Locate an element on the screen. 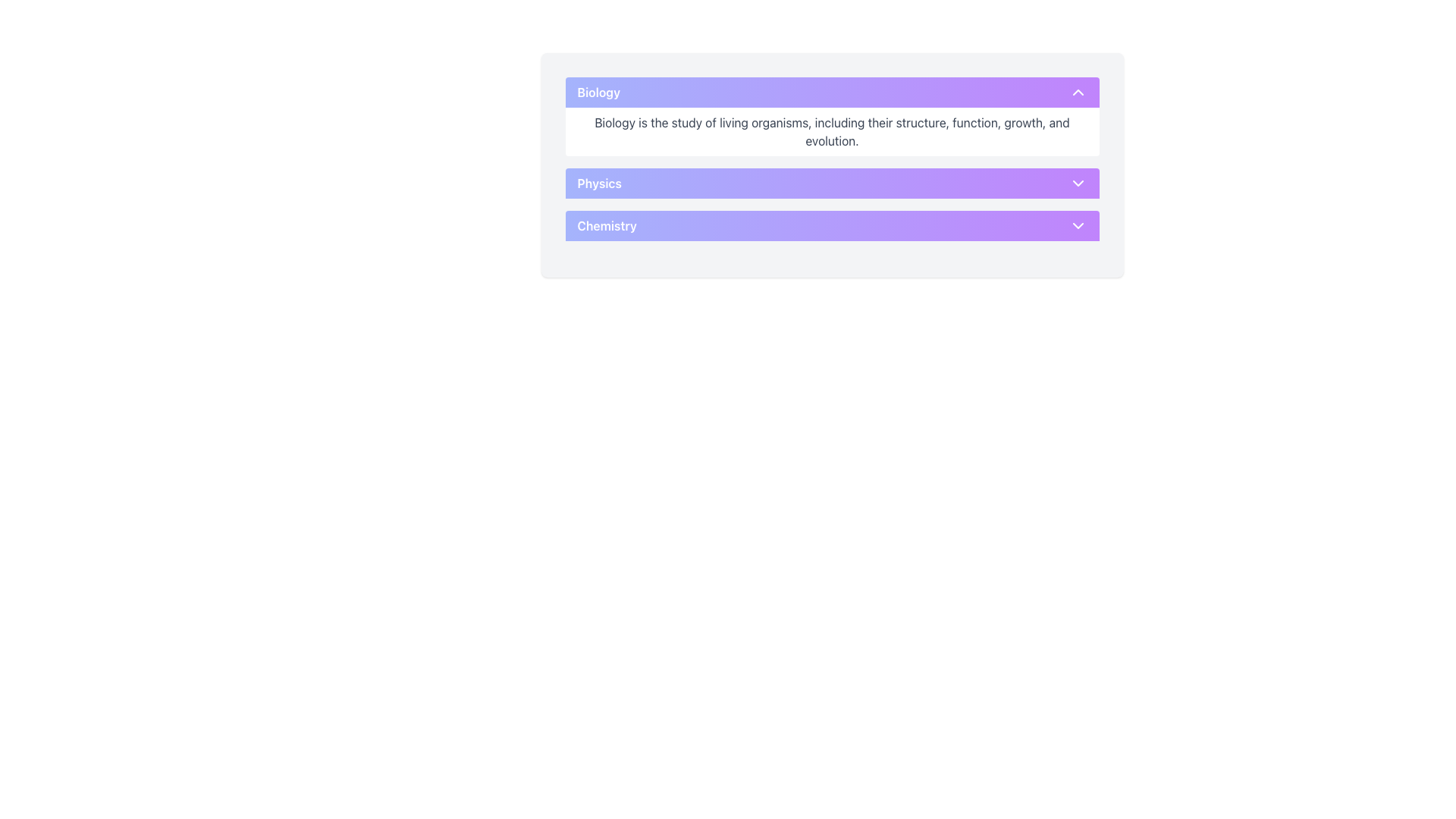 The width and height of the screenshot is (1456, 819). text content of the 'Biology' label, which is the leftmost component in a gradient-colored bar at the top of the subject headers is located at coordinates (598, 93).